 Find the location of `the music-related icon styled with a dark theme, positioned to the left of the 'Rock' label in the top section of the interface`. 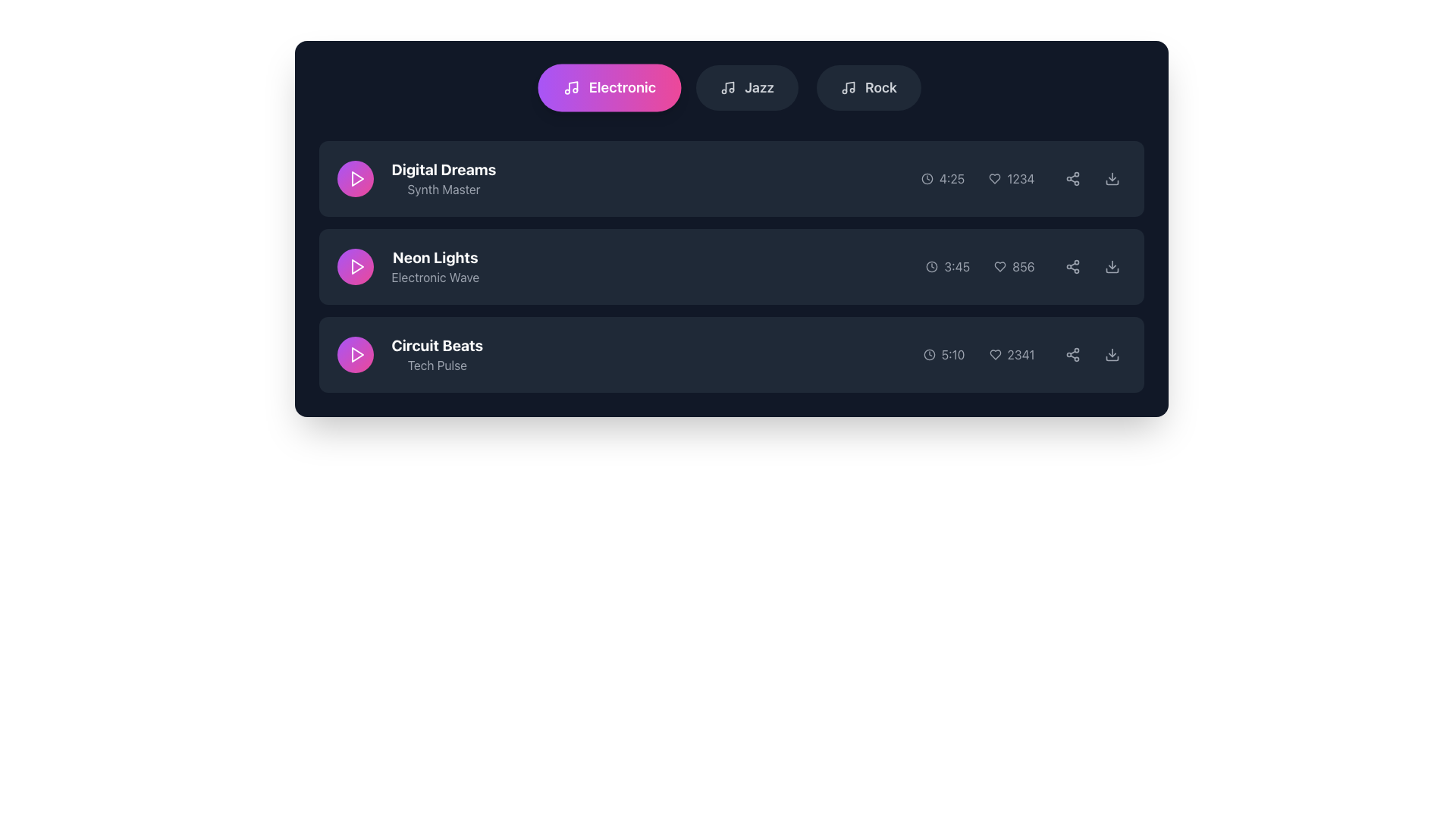

the music-related icon styled with a dark theme, positioned to the left of the 'Rock' label in the top section of the interface is located at coordinates (847, 87).